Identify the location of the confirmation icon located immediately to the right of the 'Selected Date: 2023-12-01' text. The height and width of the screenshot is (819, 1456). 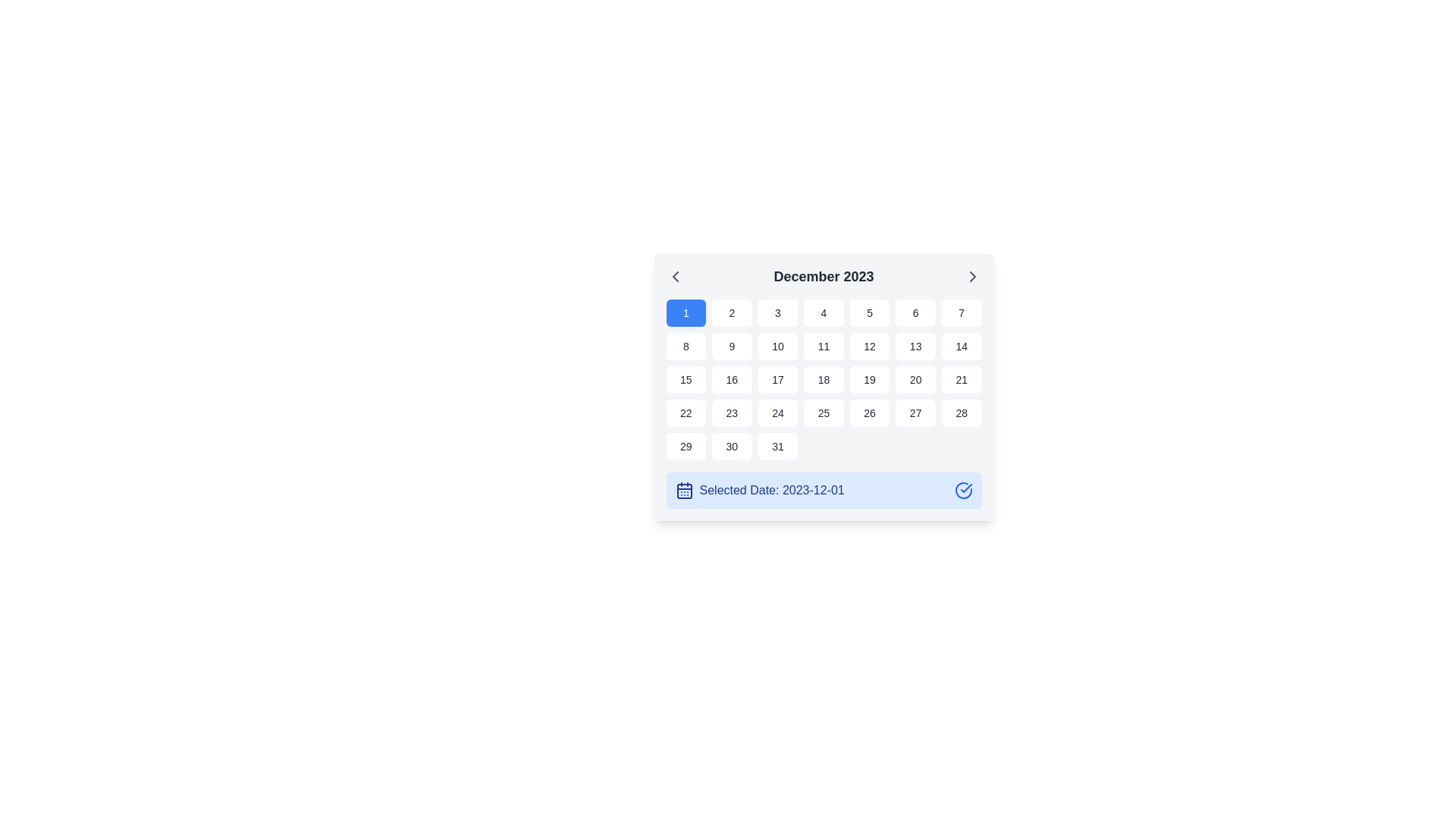
(962, 491).